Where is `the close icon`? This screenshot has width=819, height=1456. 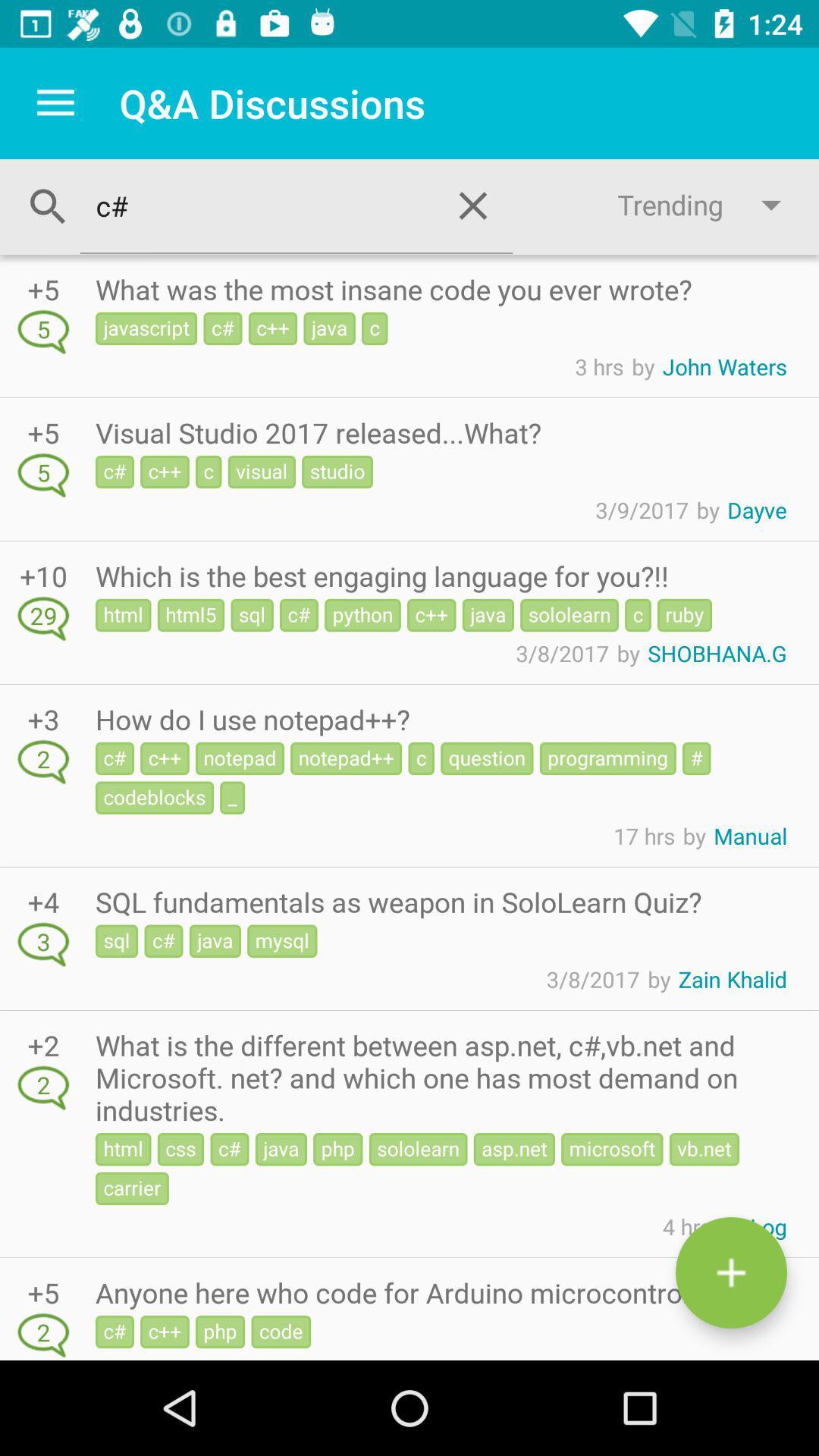 the close icon is located at coordinates (472, 205).